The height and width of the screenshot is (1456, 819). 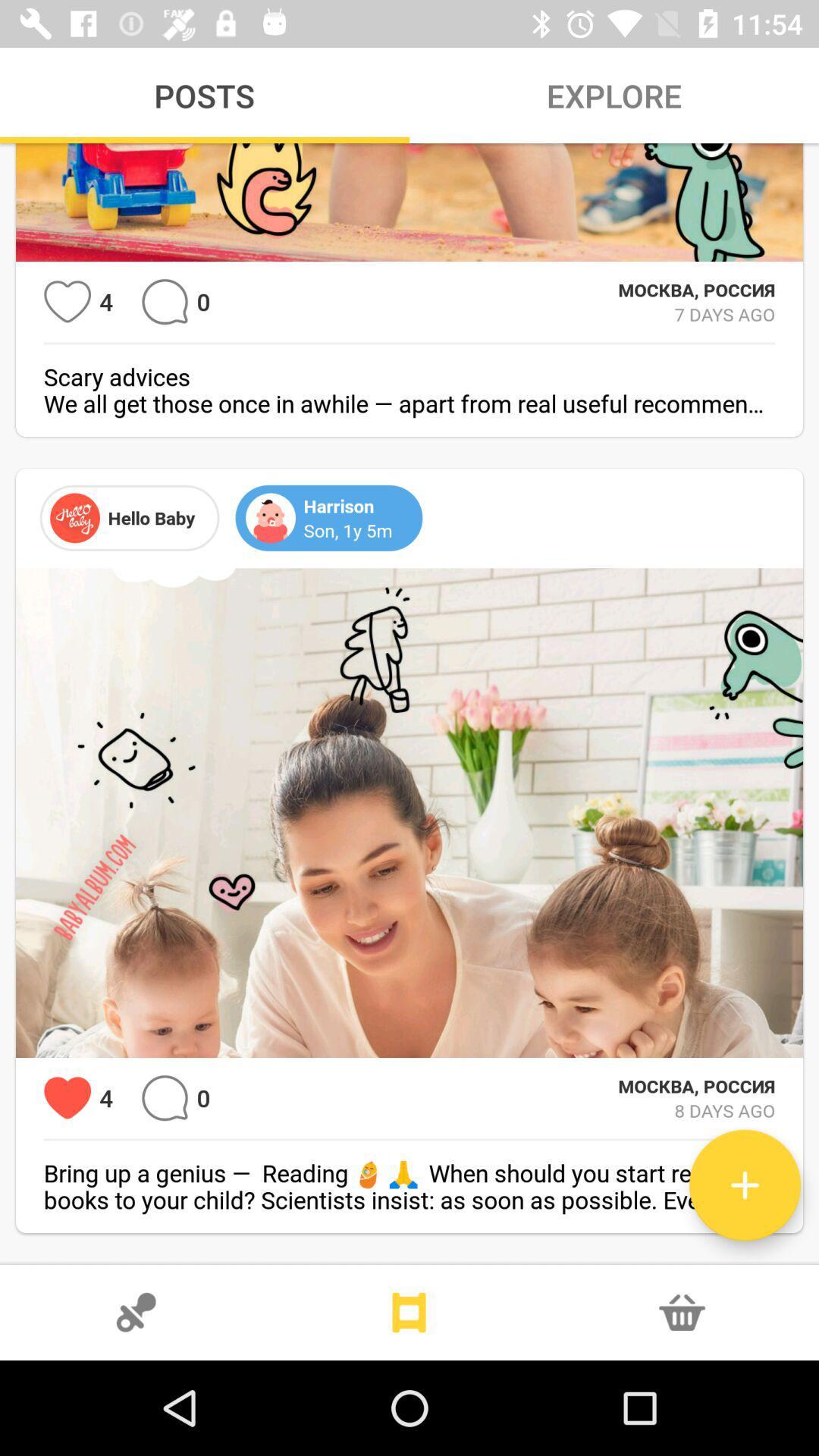 I want to click on item below the 8 days ago, so click(x=744, y=1185).